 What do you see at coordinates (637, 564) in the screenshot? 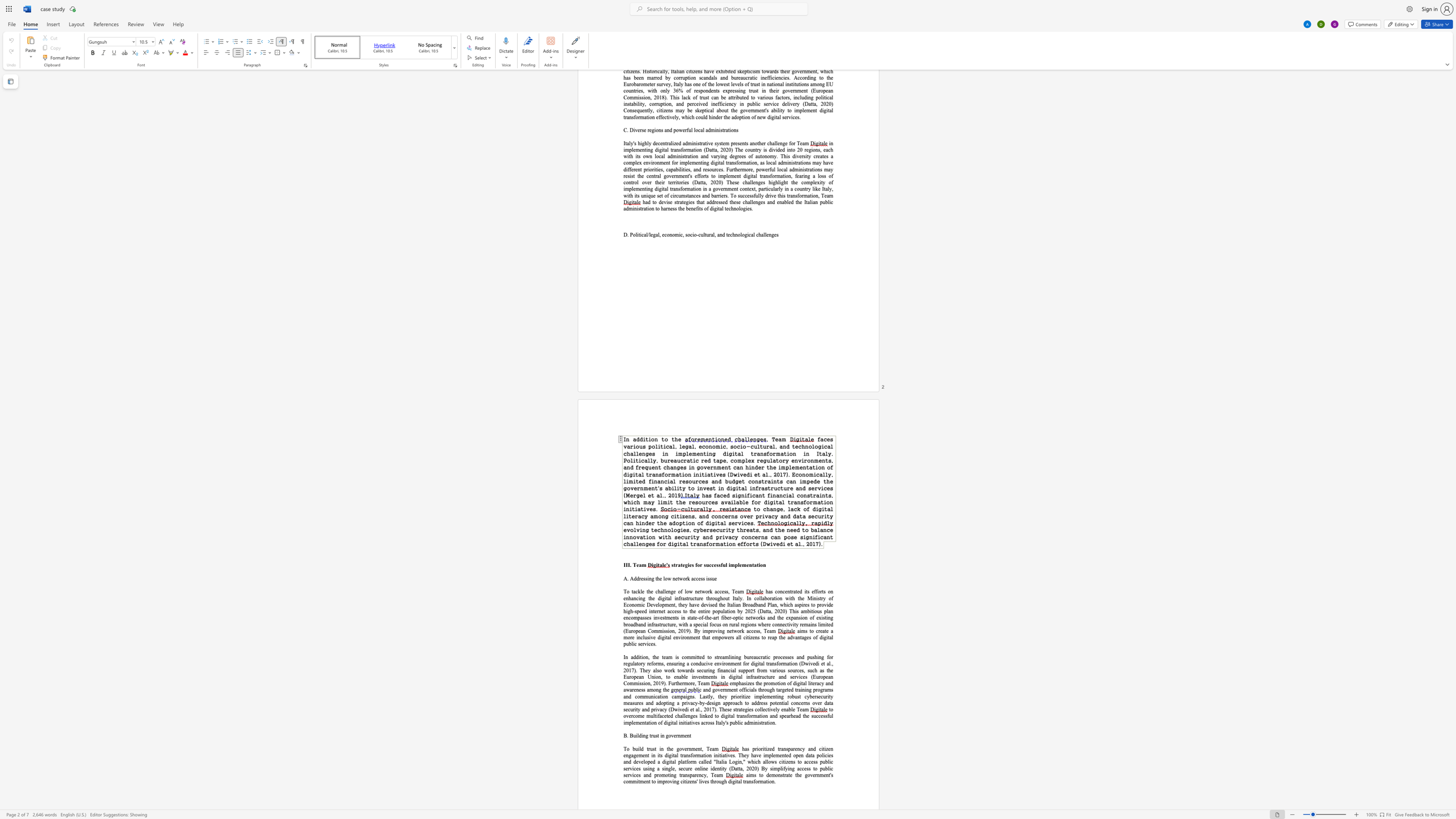
I see `the 1th character "e" in the text` at bounding box center [637, 564].